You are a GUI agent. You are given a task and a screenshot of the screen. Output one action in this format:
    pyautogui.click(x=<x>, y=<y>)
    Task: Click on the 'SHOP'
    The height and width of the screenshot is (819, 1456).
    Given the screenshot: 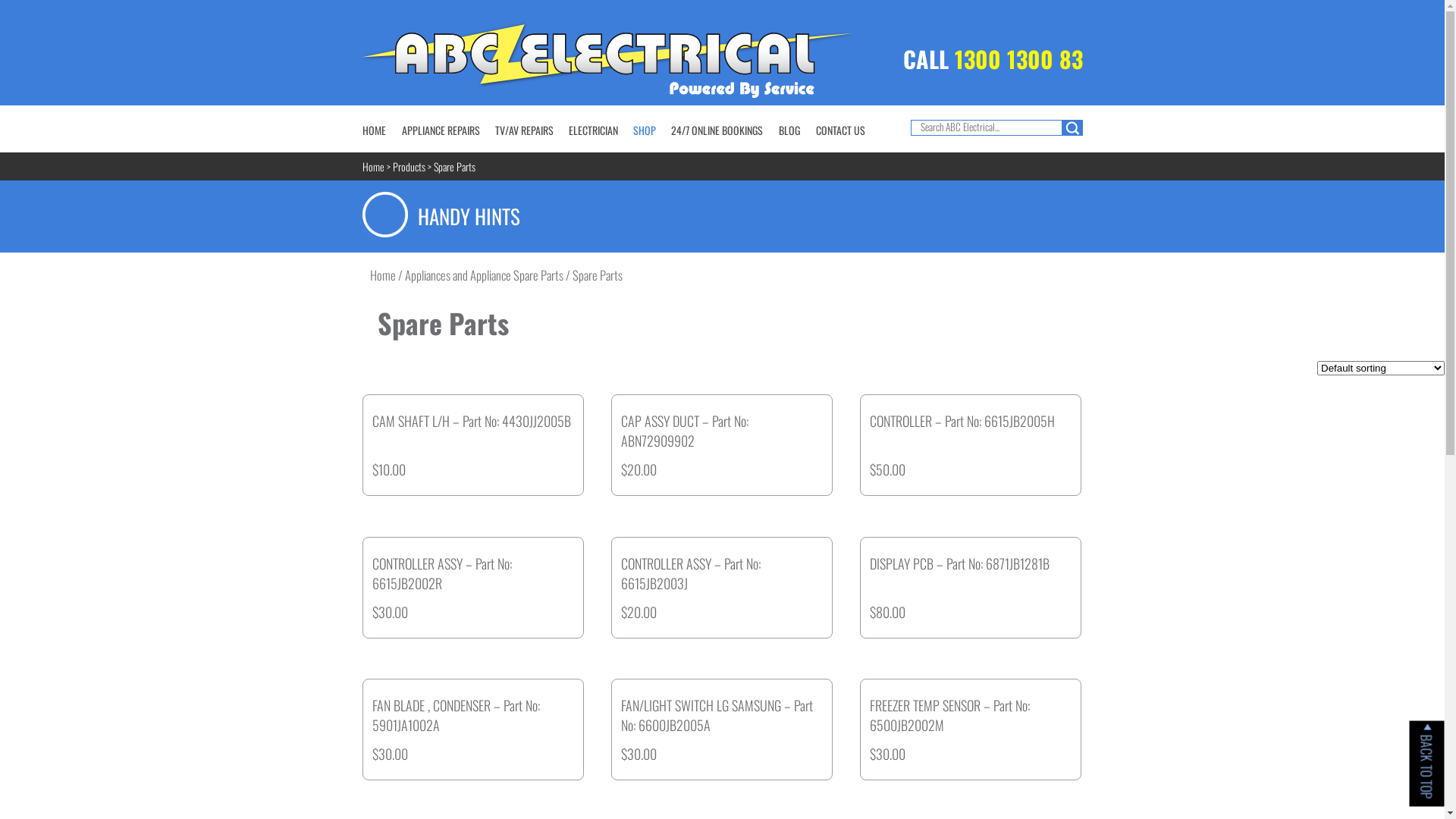 What is the action you would take?
    pyautogui.click(x=644, y=129)
    